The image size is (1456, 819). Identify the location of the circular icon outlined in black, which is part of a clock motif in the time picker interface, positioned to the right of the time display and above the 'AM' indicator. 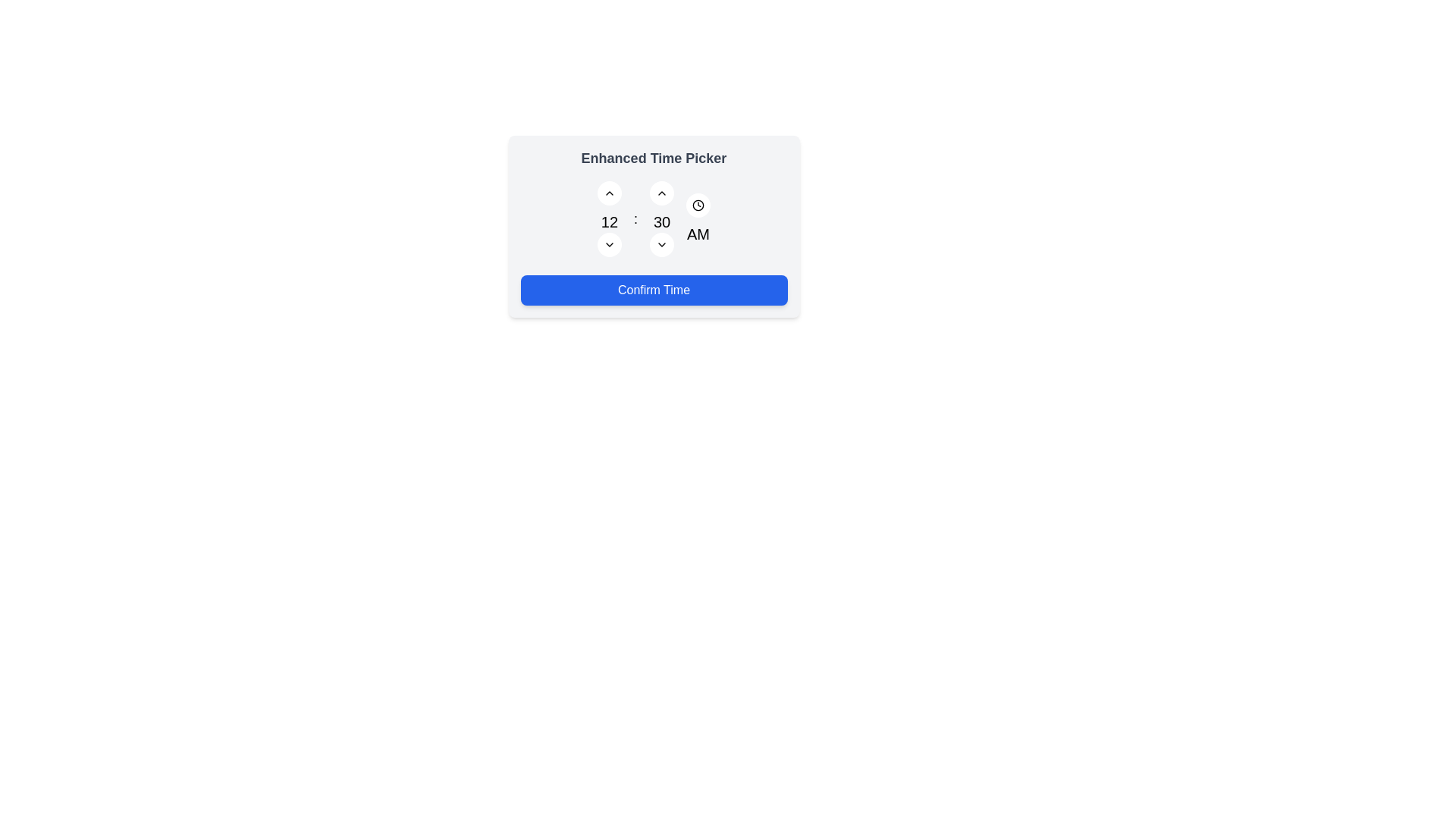
(698, 205).